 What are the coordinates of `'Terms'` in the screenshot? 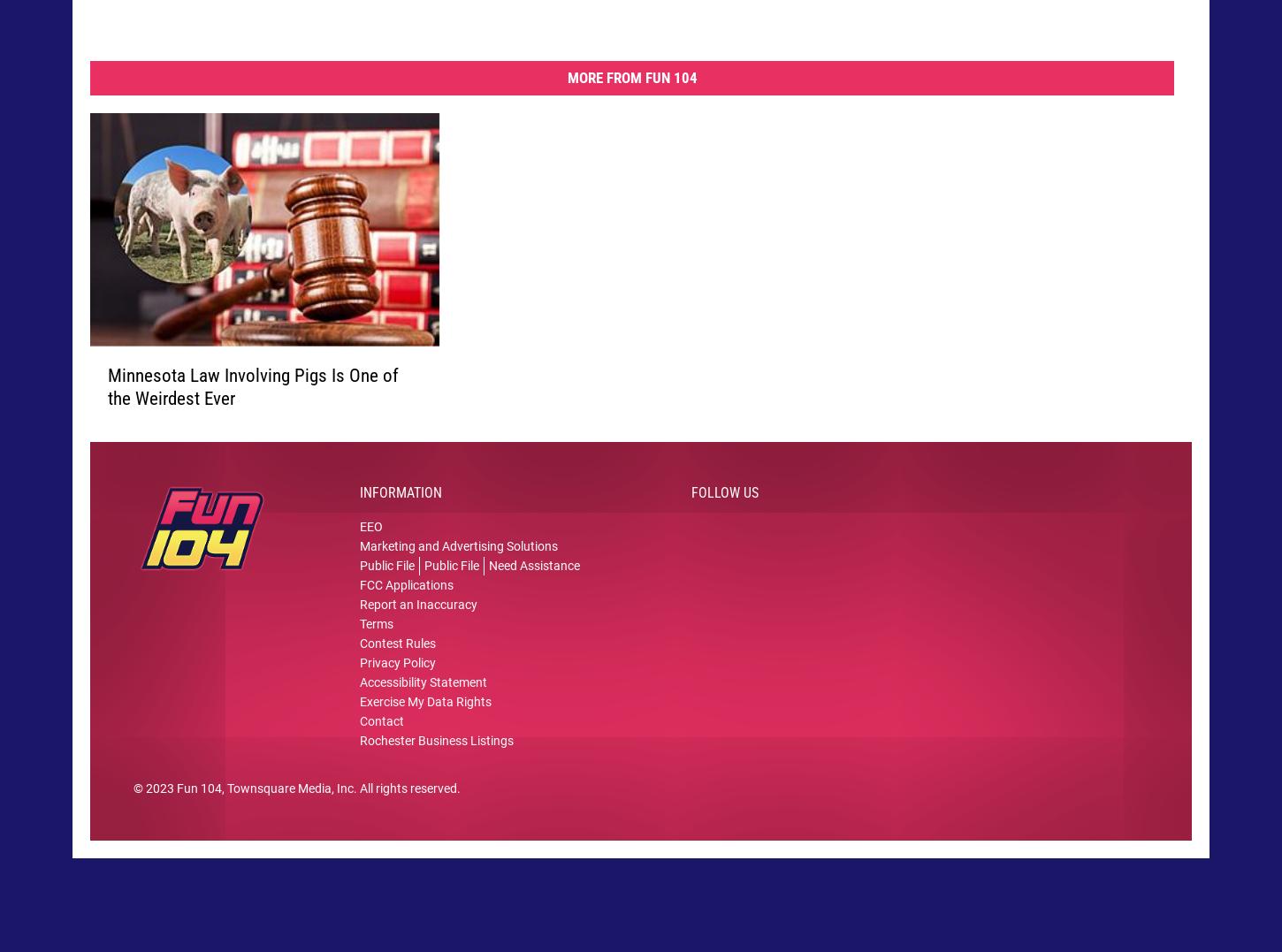 It's located at (376, 638).